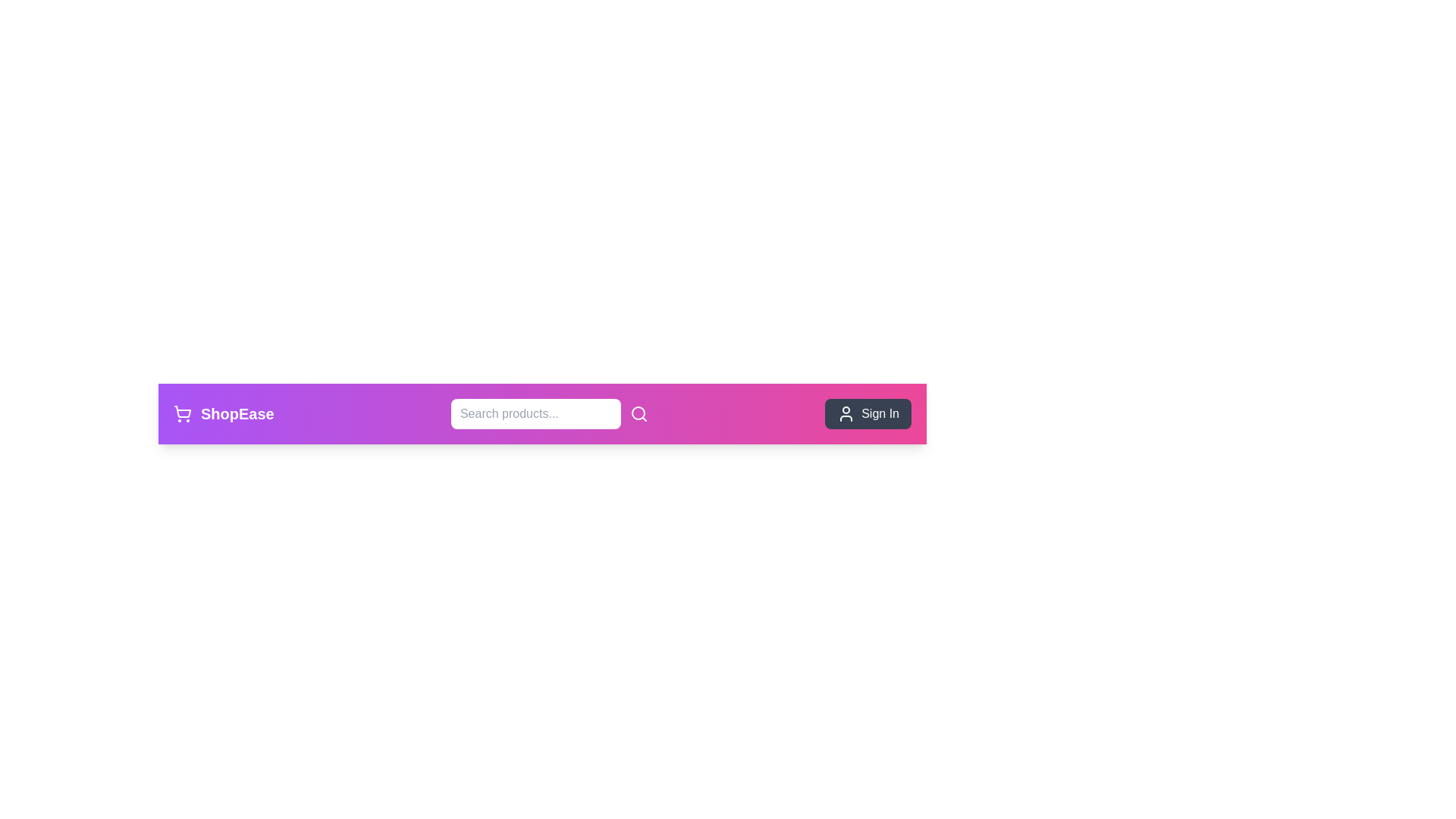  What do you see at coordinates (535, 414) in the screenshot?
I see `the search_input to trigger a tooltip or style change` at bounding box center [535, 414].